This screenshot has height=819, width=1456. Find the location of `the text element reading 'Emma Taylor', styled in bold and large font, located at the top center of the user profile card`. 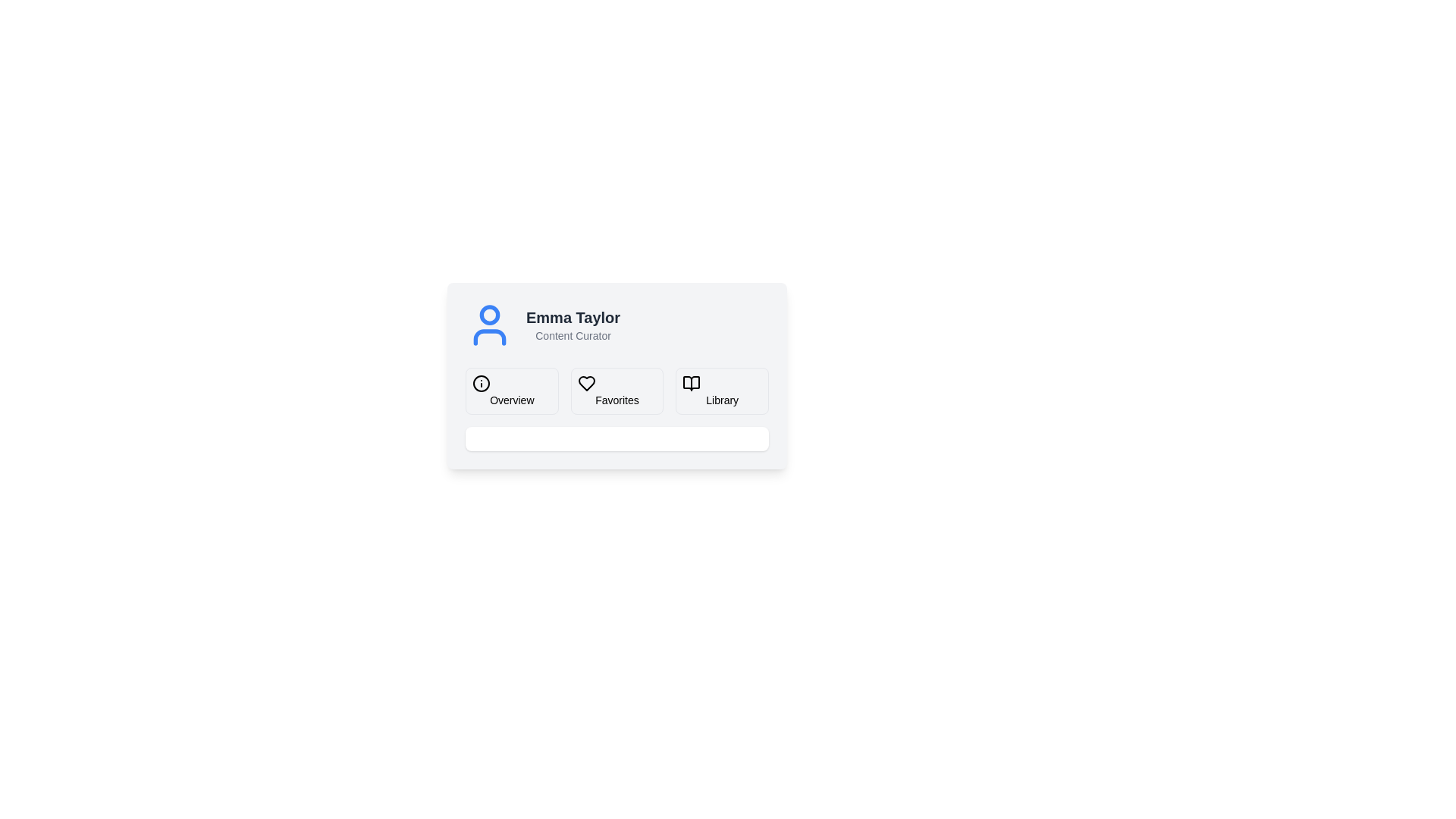

the text element reading 'Emma Taylor', styled in bold and large font, located at the top center of the user profile card is located at coordinates (573, 317).